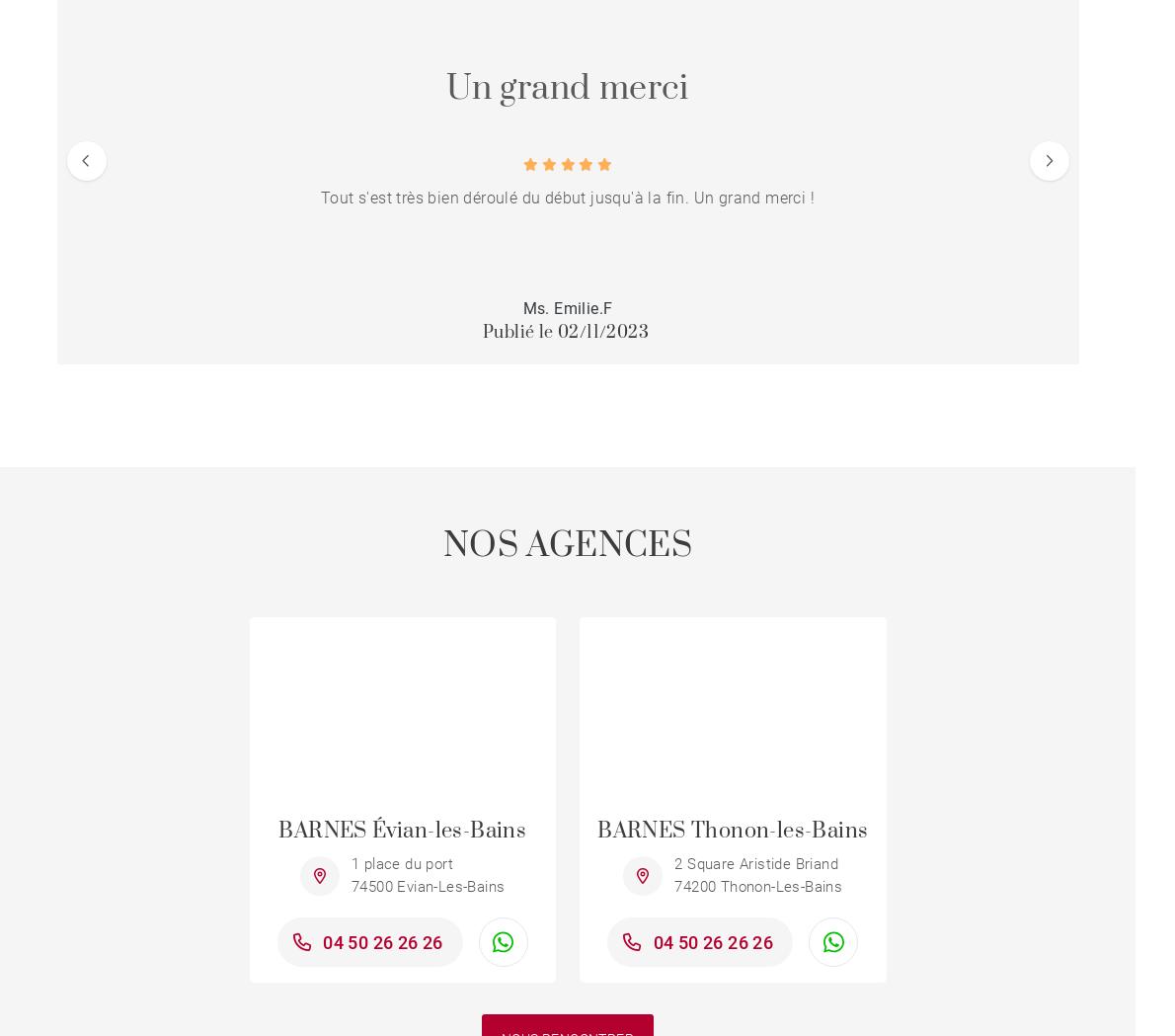 The image size is (1175, 1036). What do you see at coordinates (567, 307) in the screenshot?
I see `'Ms. Emilie.F'` at bounding box center [567, 307].